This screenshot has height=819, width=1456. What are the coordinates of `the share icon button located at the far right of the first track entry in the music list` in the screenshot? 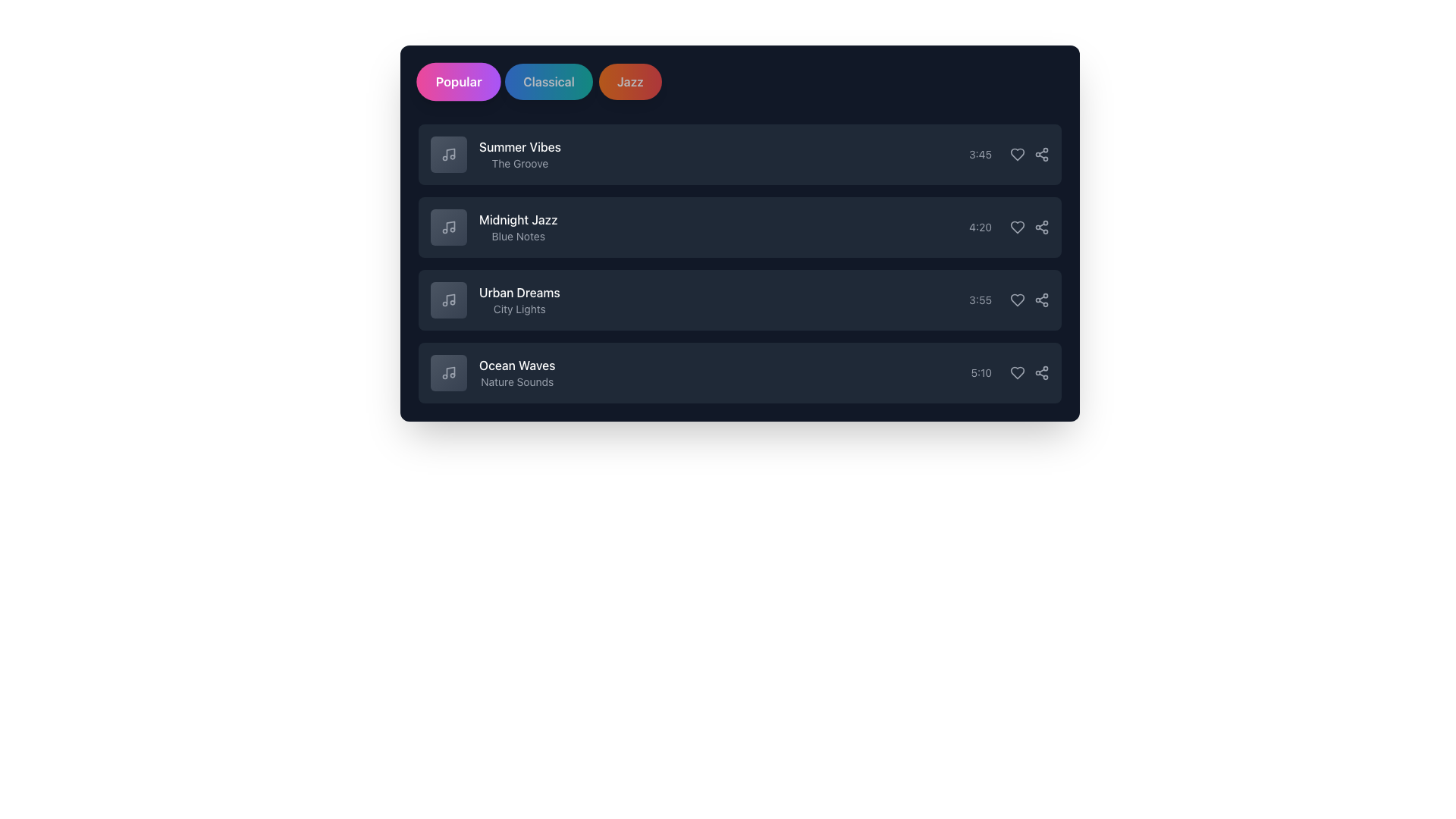 It's located at (1040, 155).